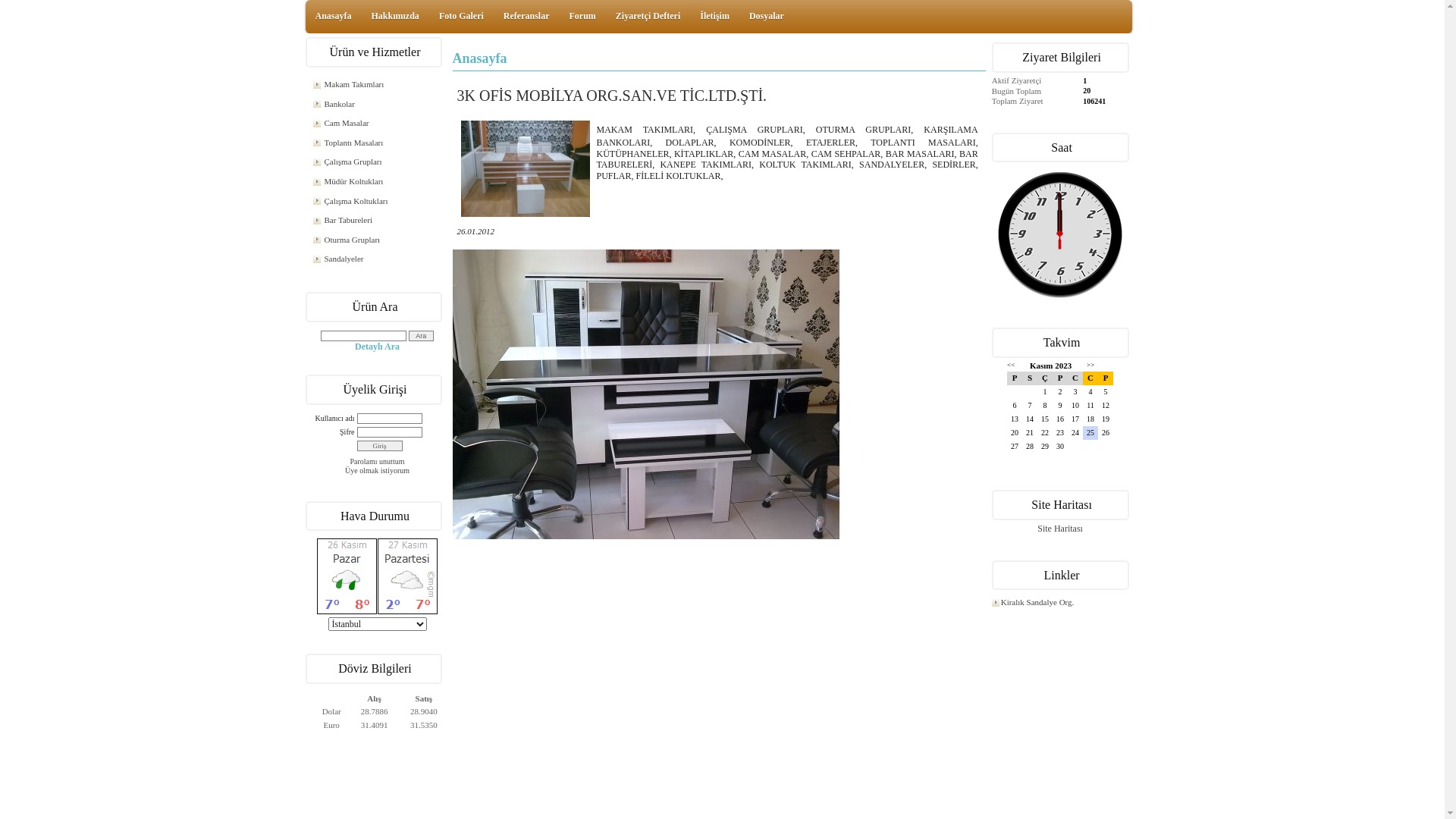 The height and width of the screenshot is (819, 1456). I want to click on '2', so click(1059, 391).